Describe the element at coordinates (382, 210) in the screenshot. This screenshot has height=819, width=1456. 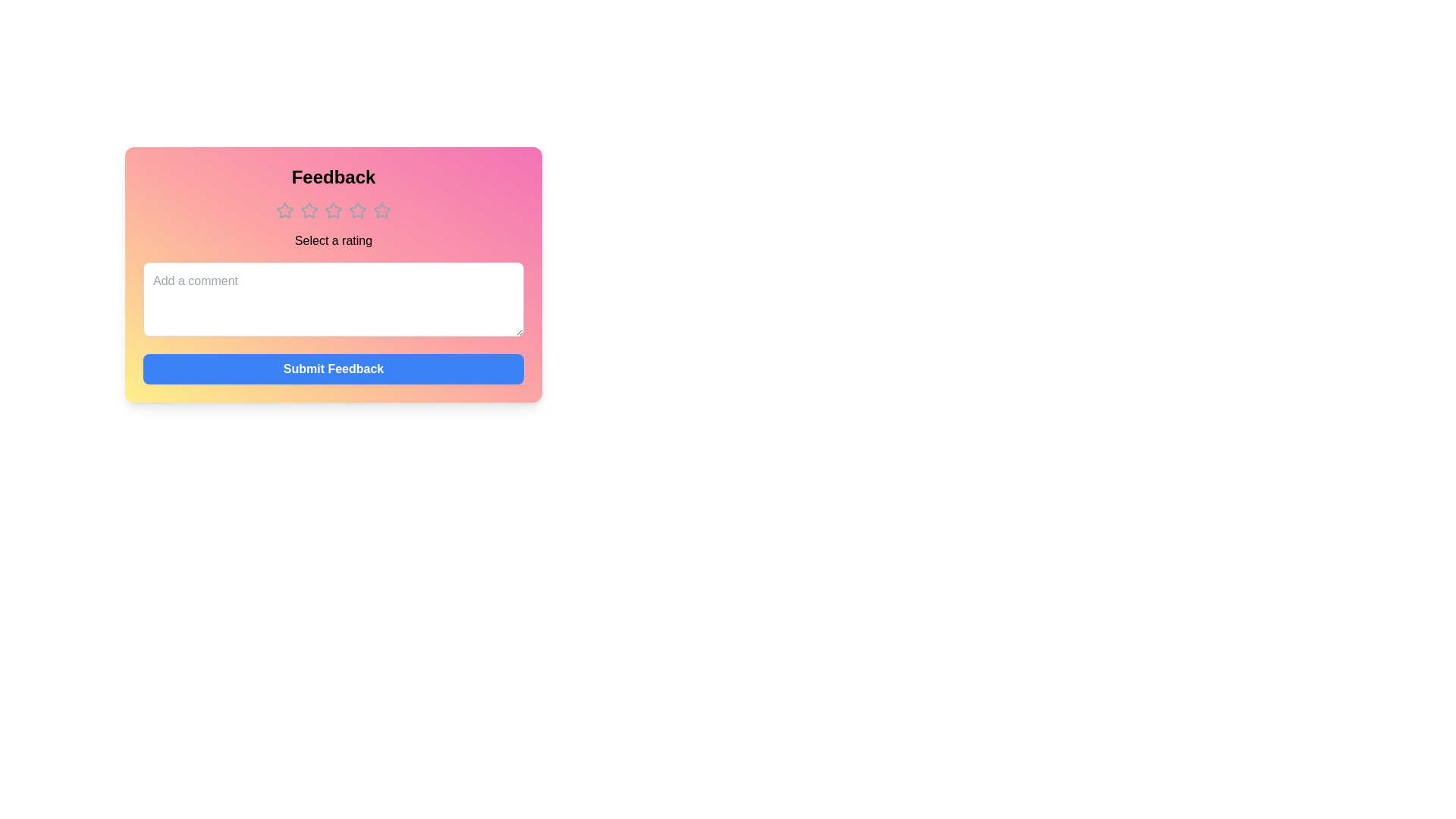
I see `the star corresponding to 5 to see its description` at that location.